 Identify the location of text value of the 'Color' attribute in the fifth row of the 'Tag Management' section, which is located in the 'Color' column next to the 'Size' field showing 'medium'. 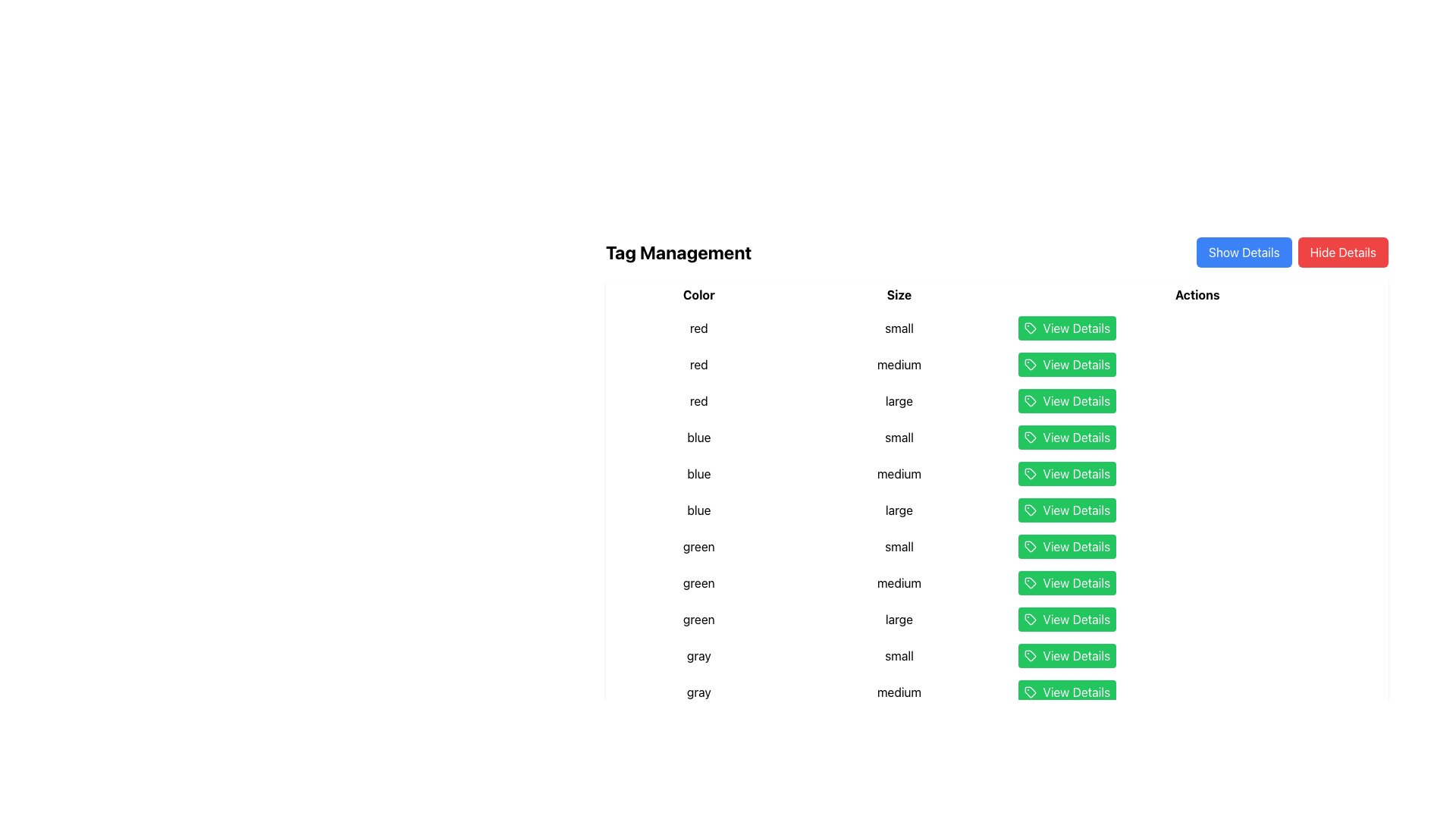
(698, 472).